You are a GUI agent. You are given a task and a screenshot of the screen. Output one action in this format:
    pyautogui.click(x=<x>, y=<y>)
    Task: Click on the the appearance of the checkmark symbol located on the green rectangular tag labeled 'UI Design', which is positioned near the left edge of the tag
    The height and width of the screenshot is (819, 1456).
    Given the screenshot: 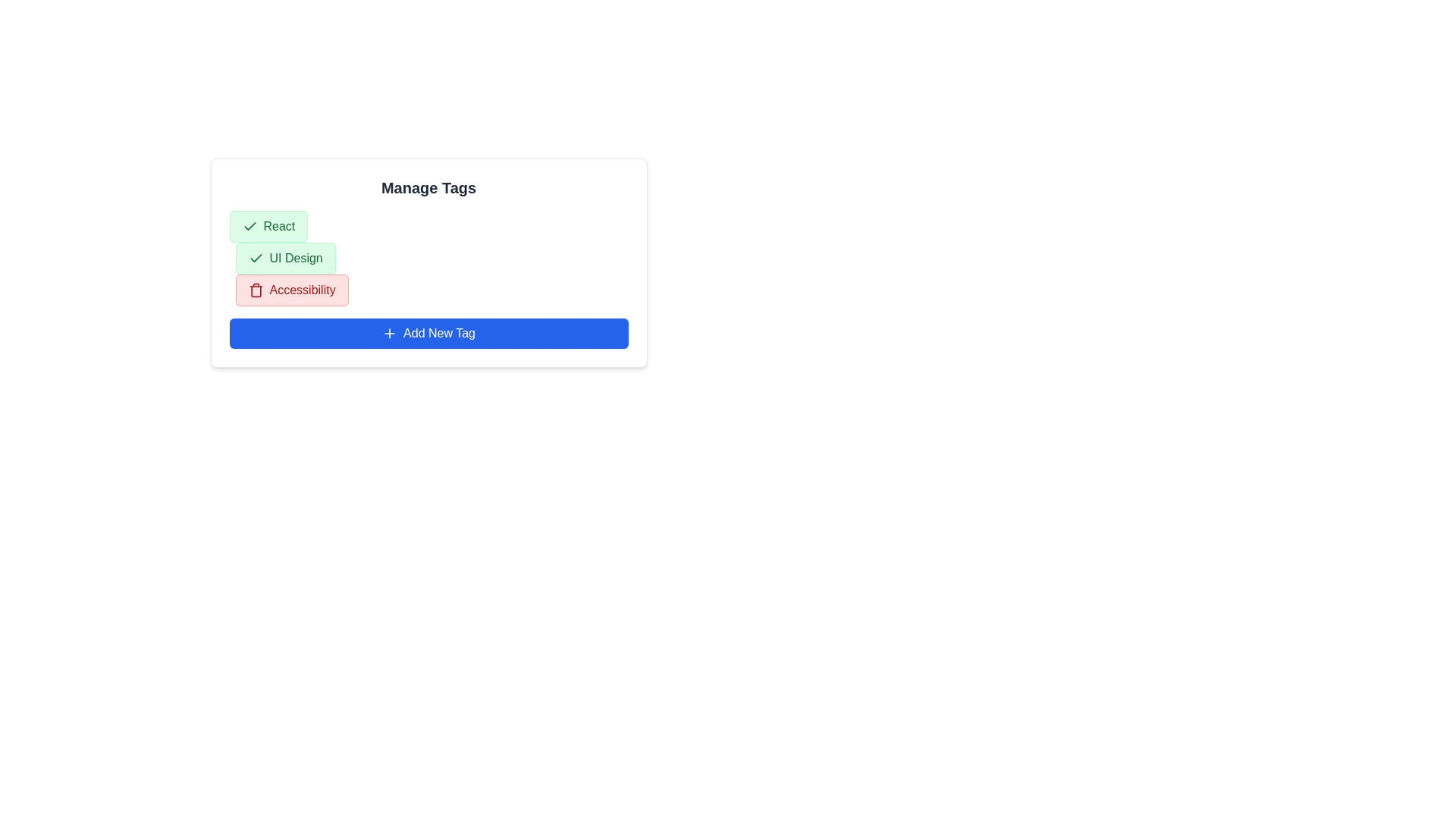 What is the action you would take?
    pyautogui.click(x=249, y=226)
    